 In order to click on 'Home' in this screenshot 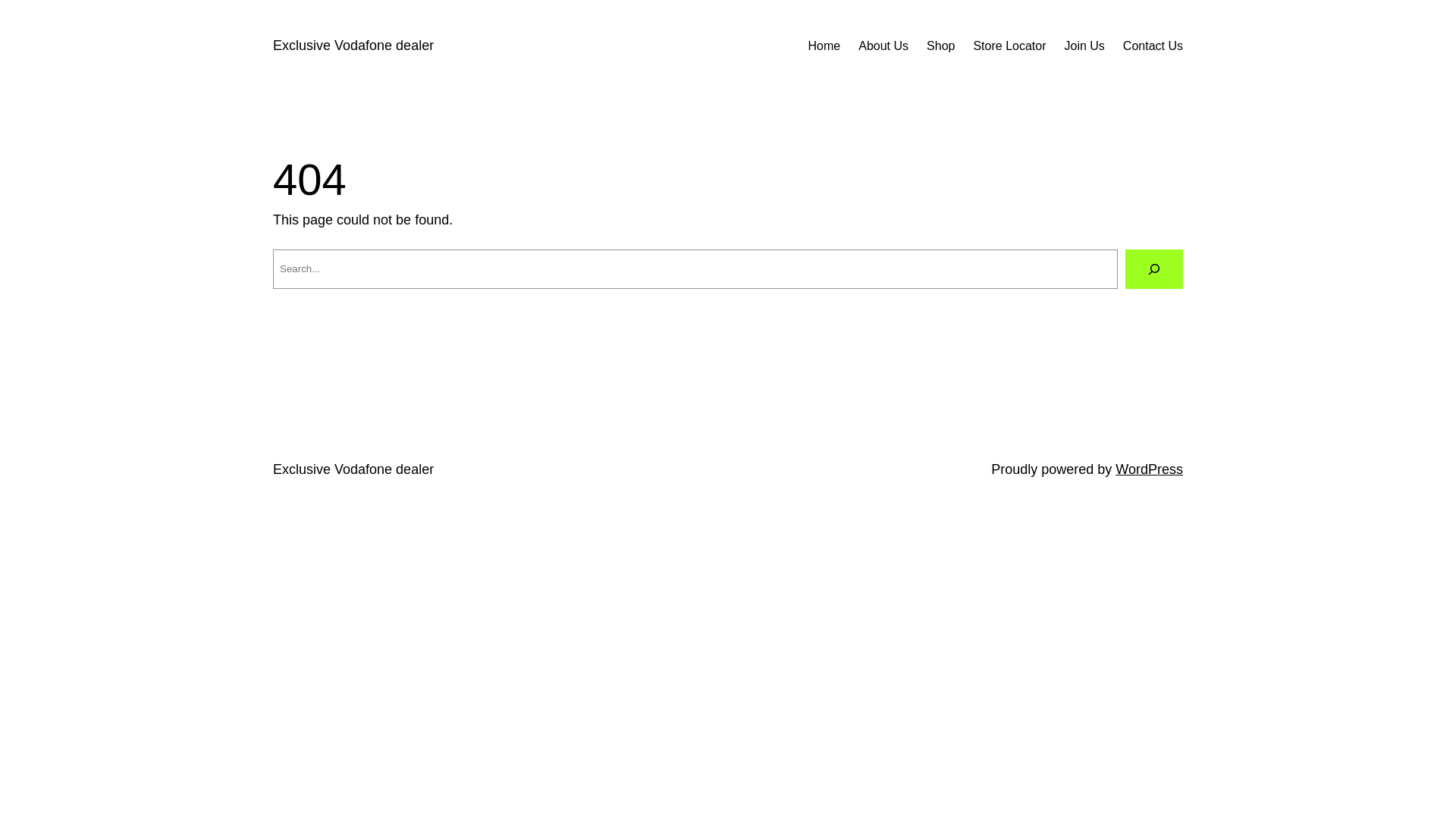, I will do `click(824, 45)`.